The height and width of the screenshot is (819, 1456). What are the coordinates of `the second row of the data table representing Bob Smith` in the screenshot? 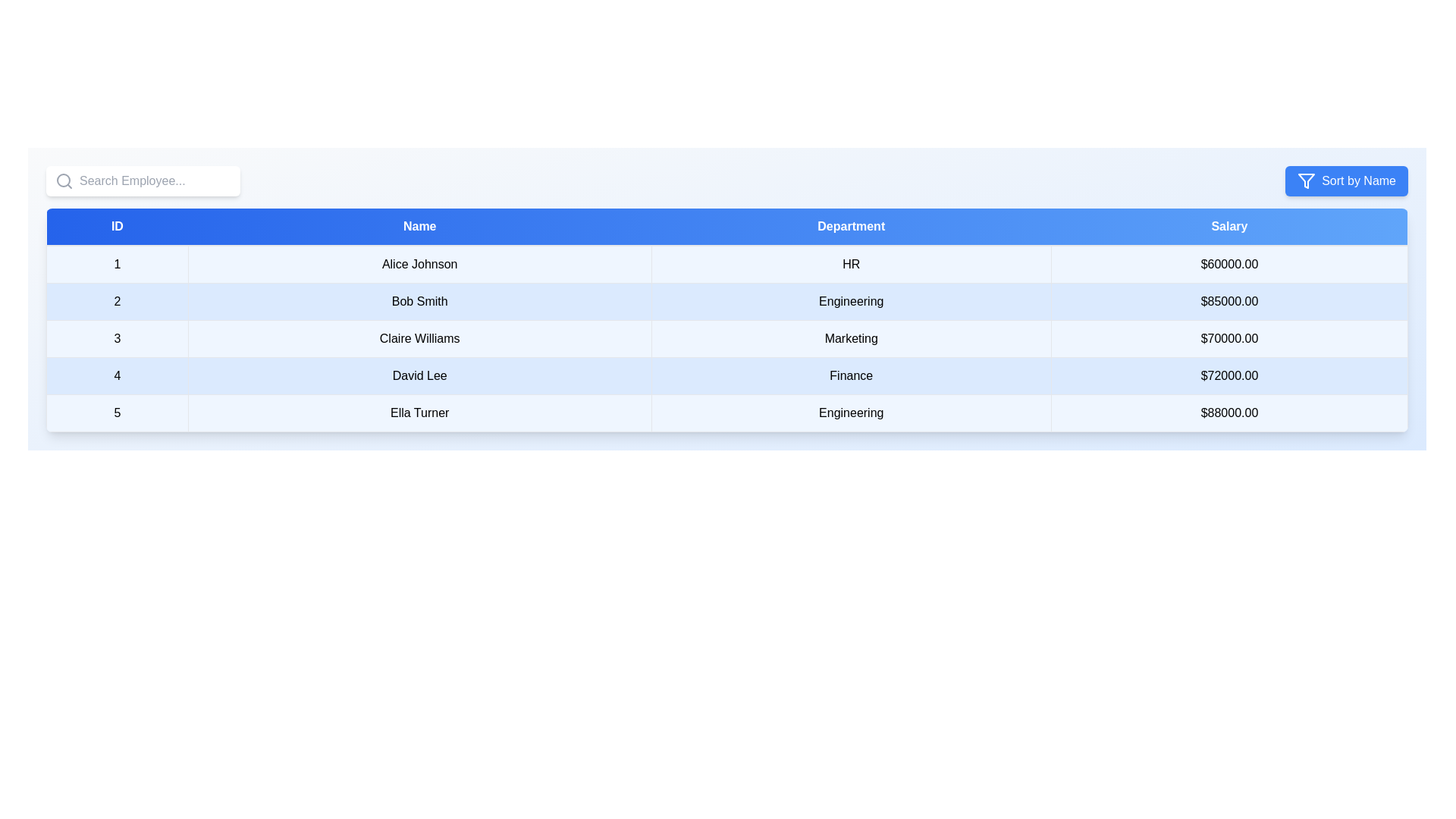 It's located at (726, 301).